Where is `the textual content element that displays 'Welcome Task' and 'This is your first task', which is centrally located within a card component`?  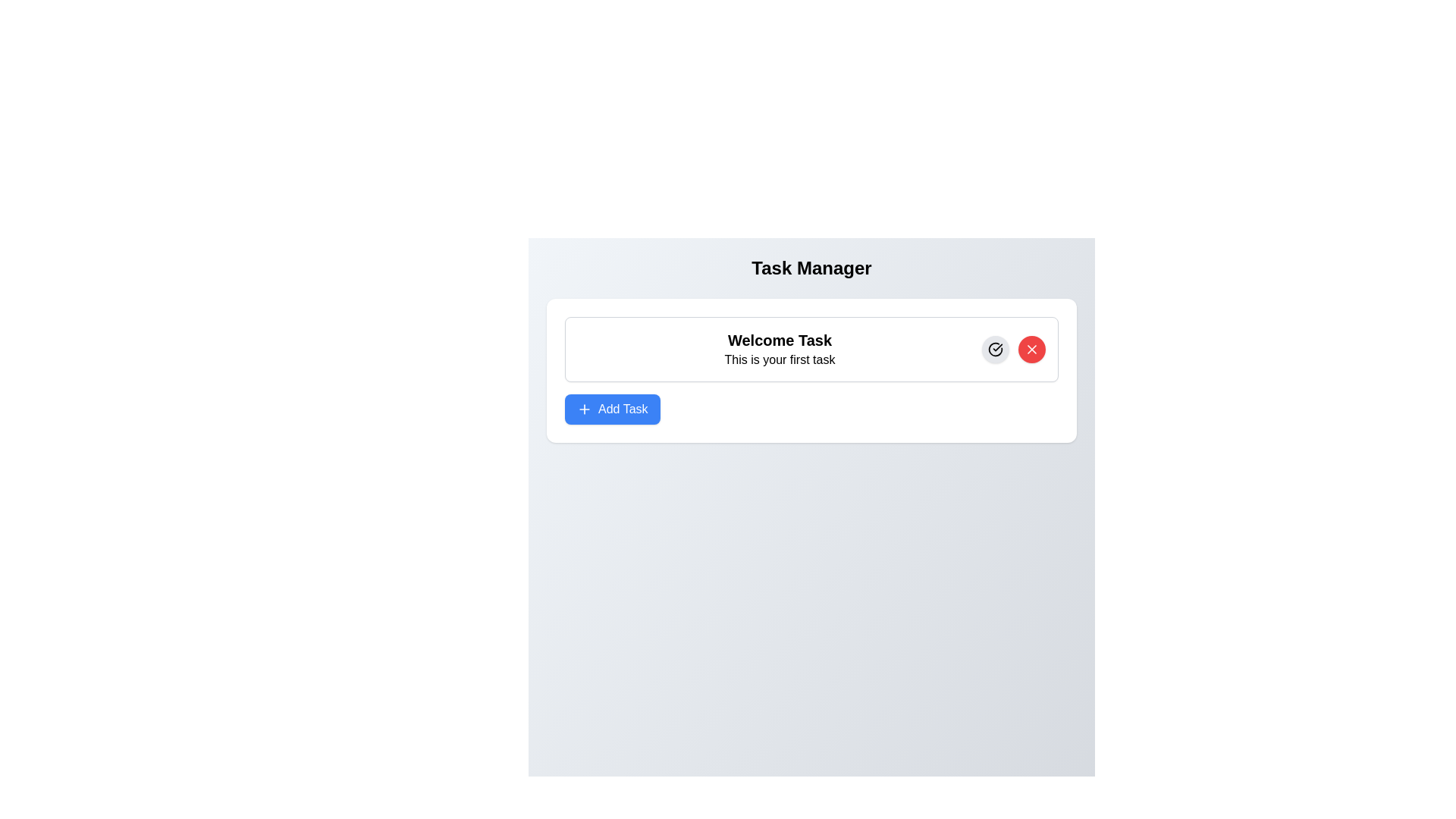 the textual content element that displays 'Welcome Task' and 'This is your first task', which is centrally located within a card component is located at coordinates (780, 350).